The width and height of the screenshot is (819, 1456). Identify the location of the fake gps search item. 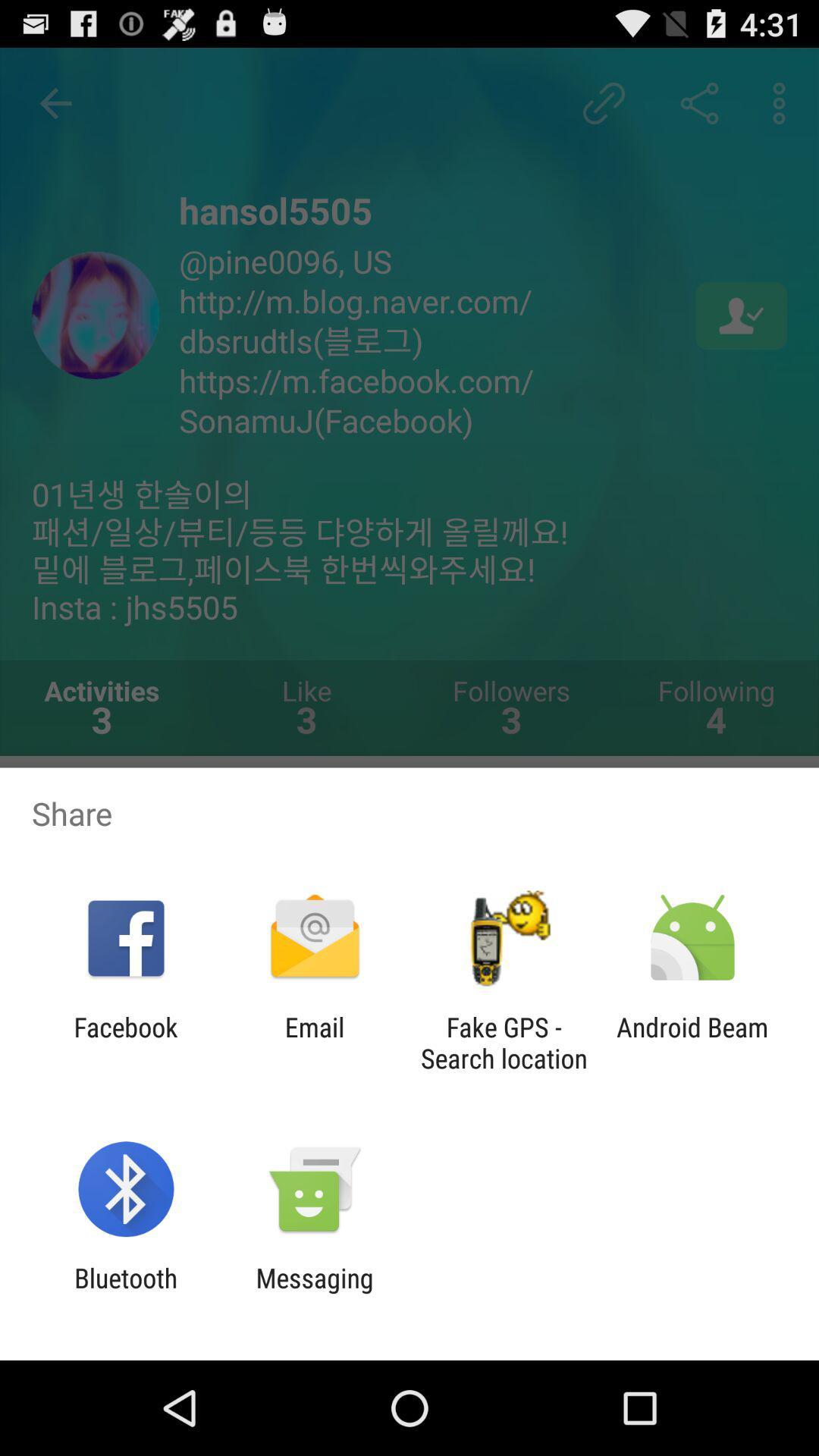
(504, 1042).